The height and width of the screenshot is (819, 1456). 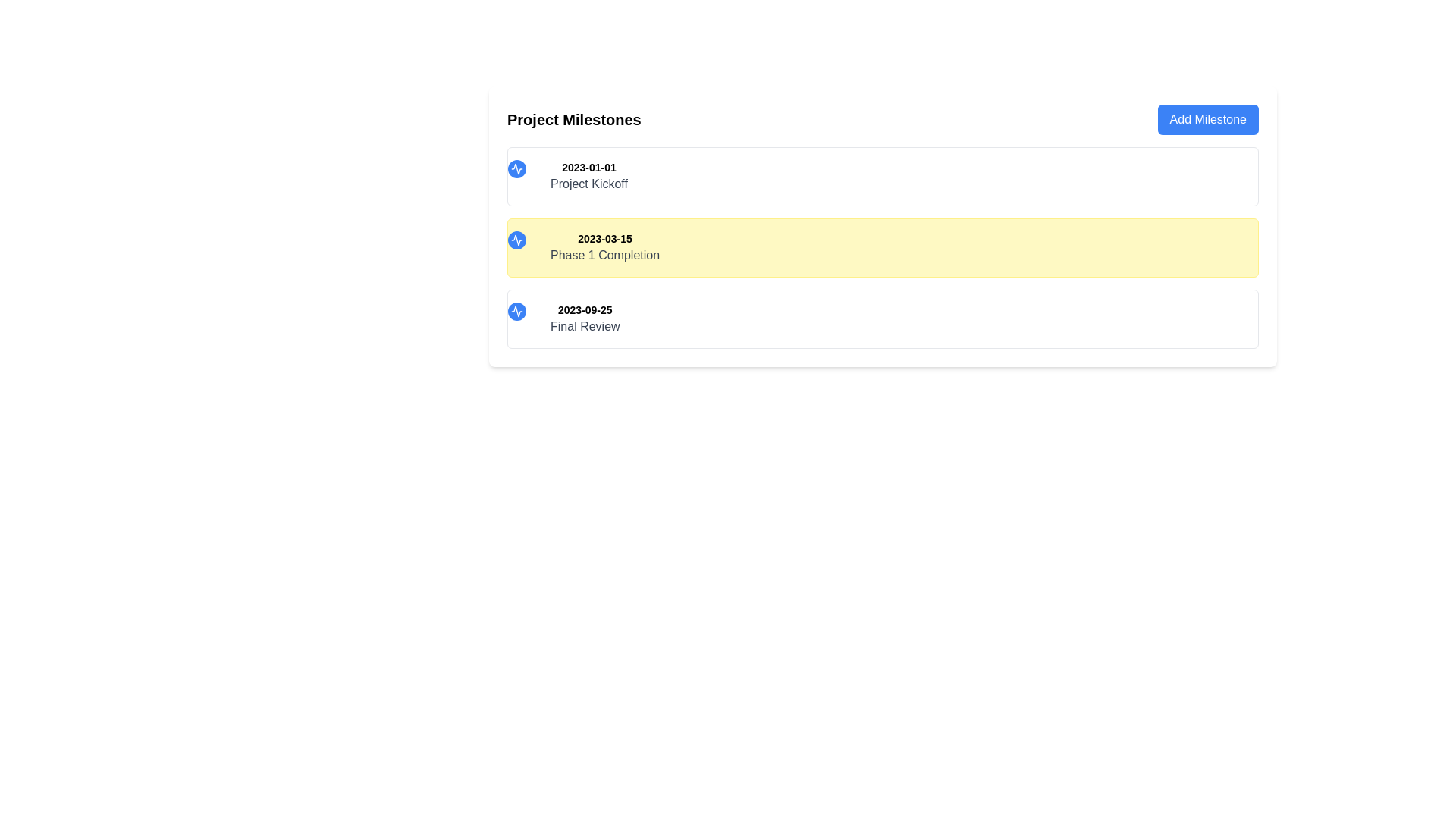 I want to click on the text label that displays 'Final Review', which is located directly beneath the bold date '2023-09-25' in the third milestone block under the 'Project Milestones' heading, so click(x=584, y=326).